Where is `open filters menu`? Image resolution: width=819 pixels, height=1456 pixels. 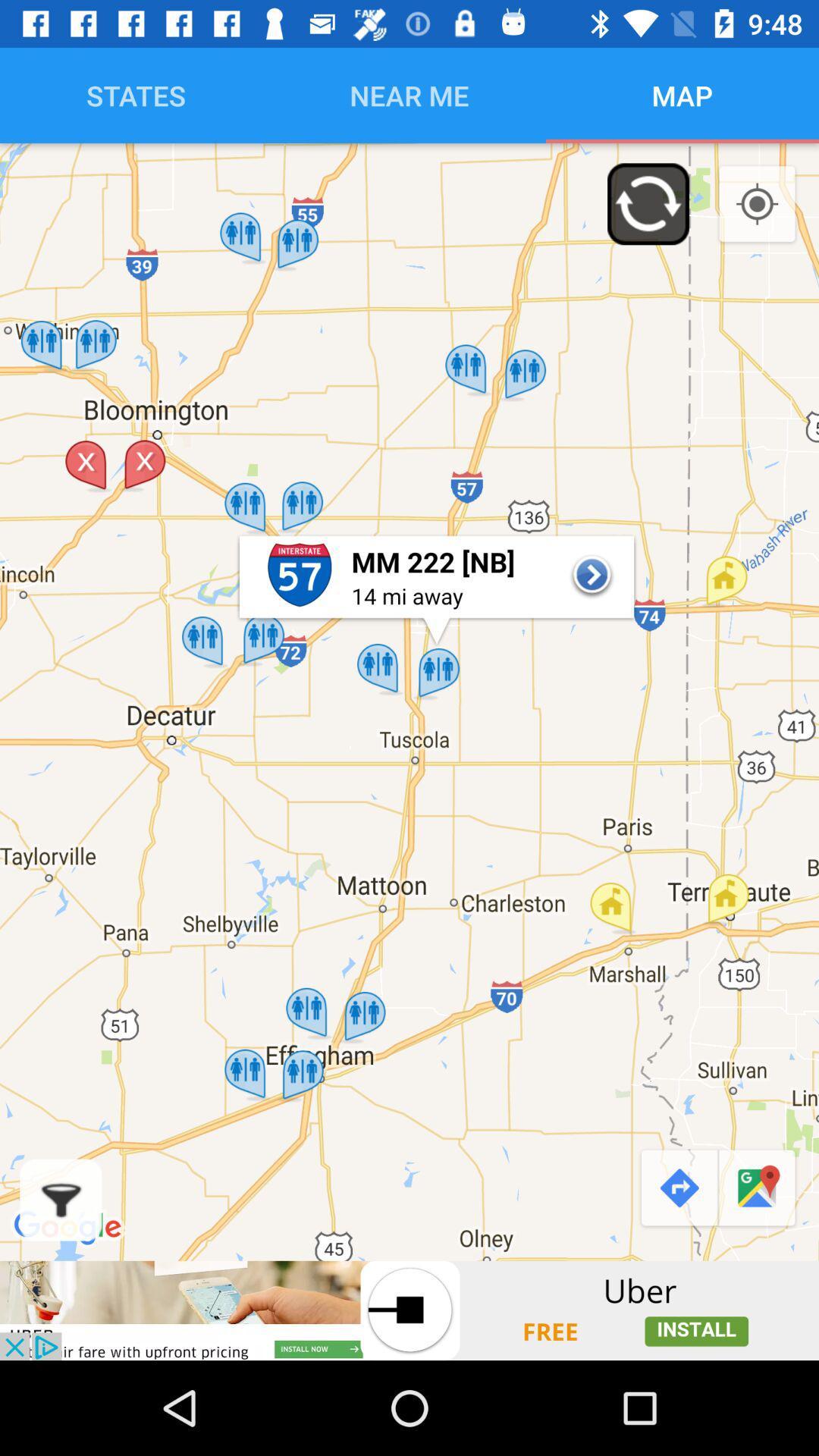
open filters menu is located at coordinates (60, 1199).